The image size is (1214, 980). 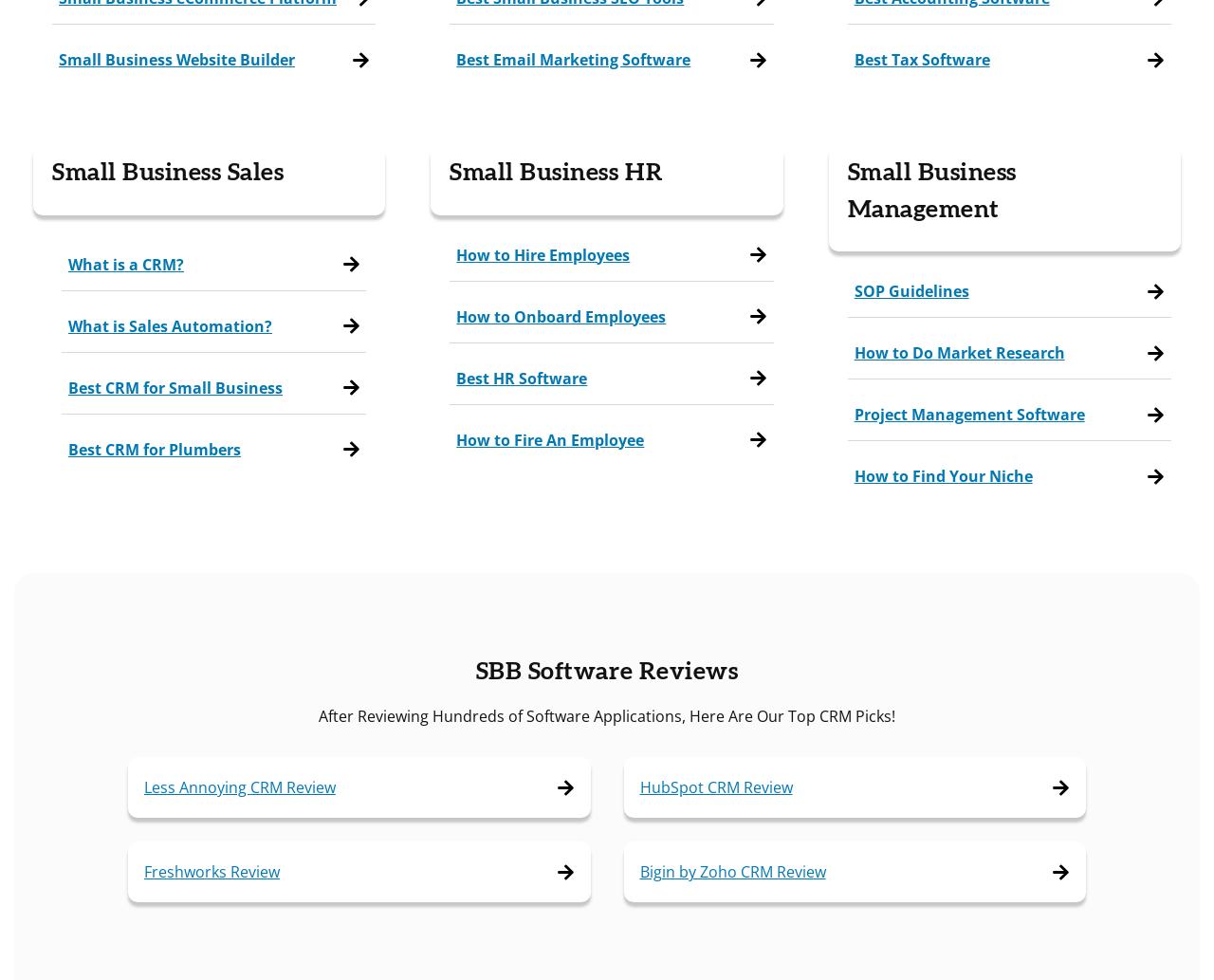 I want to click on 'How to Fire An Employee', so click(x=548, y=438).